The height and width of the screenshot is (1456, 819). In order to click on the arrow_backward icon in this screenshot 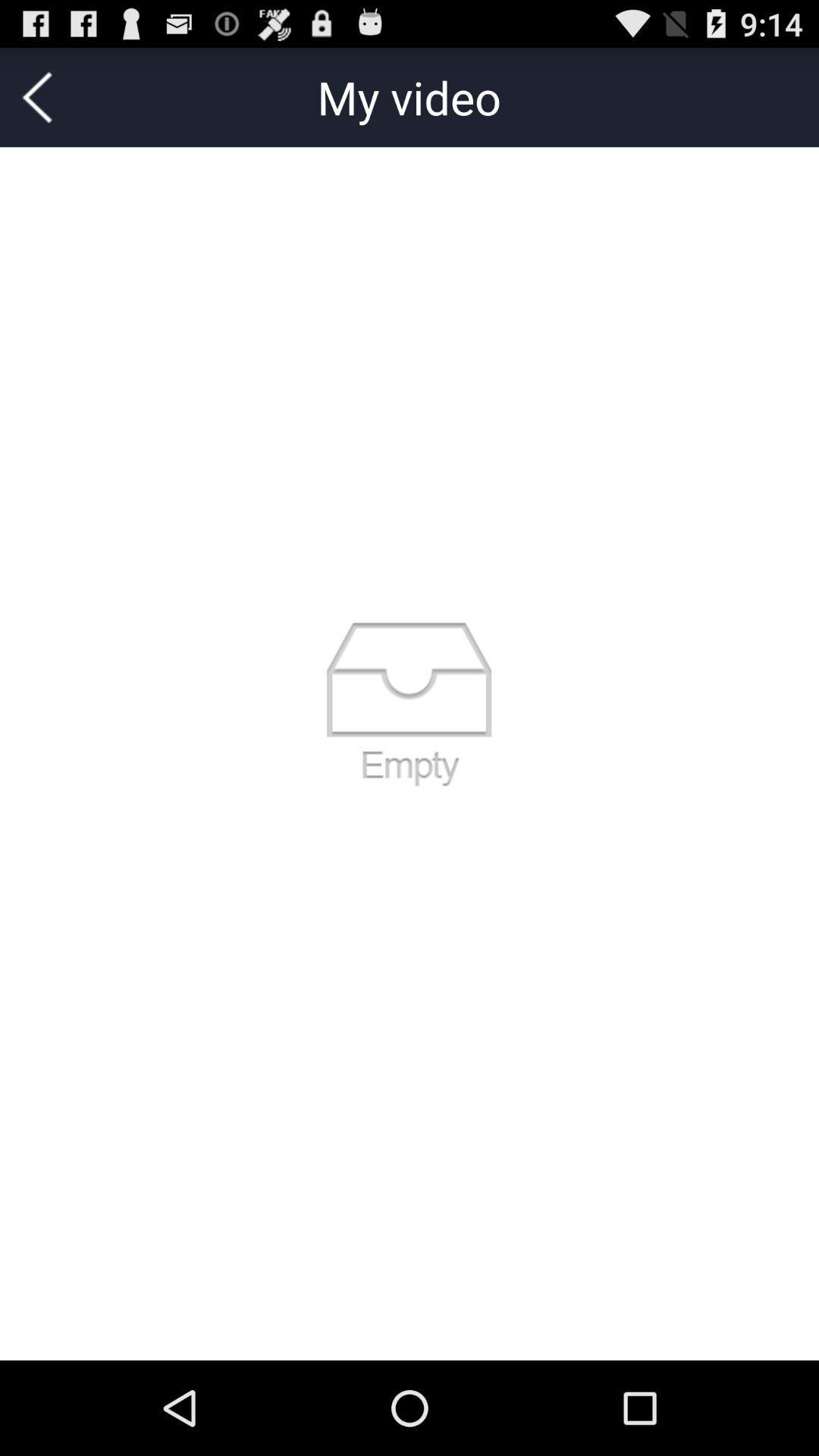, I will do `click(36, 103)`.